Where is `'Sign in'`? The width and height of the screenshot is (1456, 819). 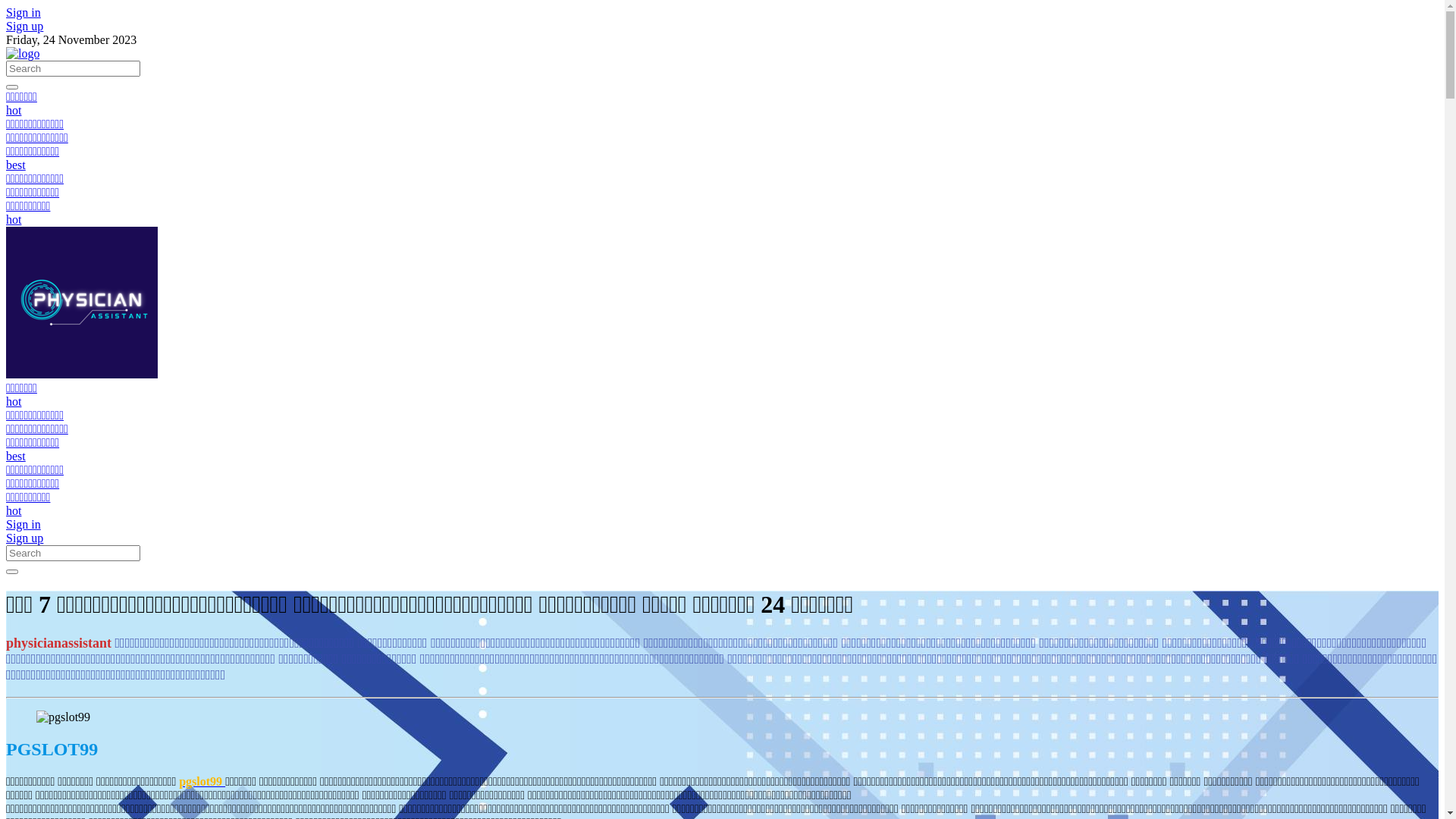 'Sign in' is located at coordinates (23, 12).